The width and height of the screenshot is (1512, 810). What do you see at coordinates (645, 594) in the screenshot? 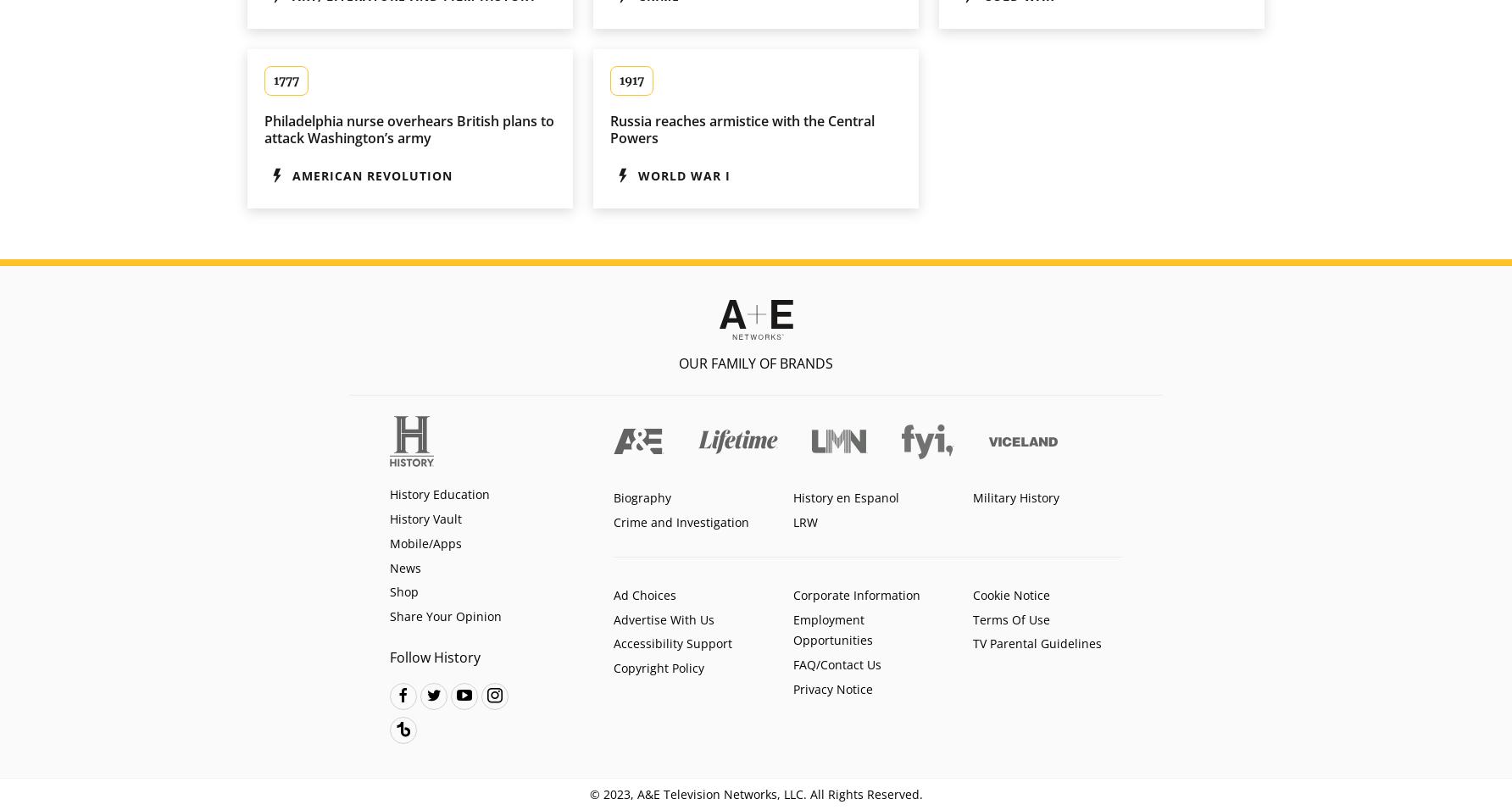
I see `'Ad Choices'` at bounding box center [645, 594].